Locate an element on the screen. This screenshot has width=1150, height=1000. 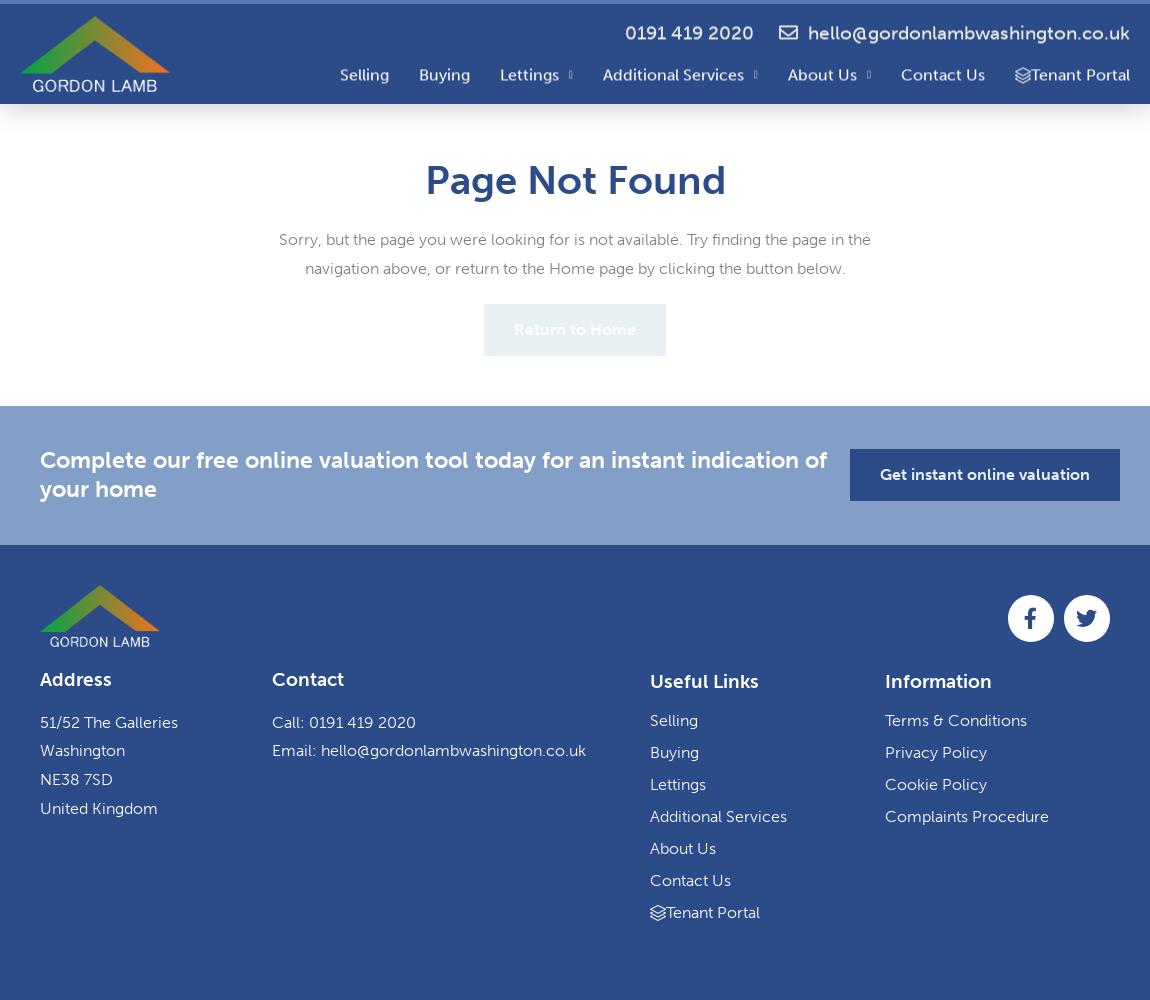
'Email: hello@gordonlambwashington.co.uk' is located at coordinates (428, 750).